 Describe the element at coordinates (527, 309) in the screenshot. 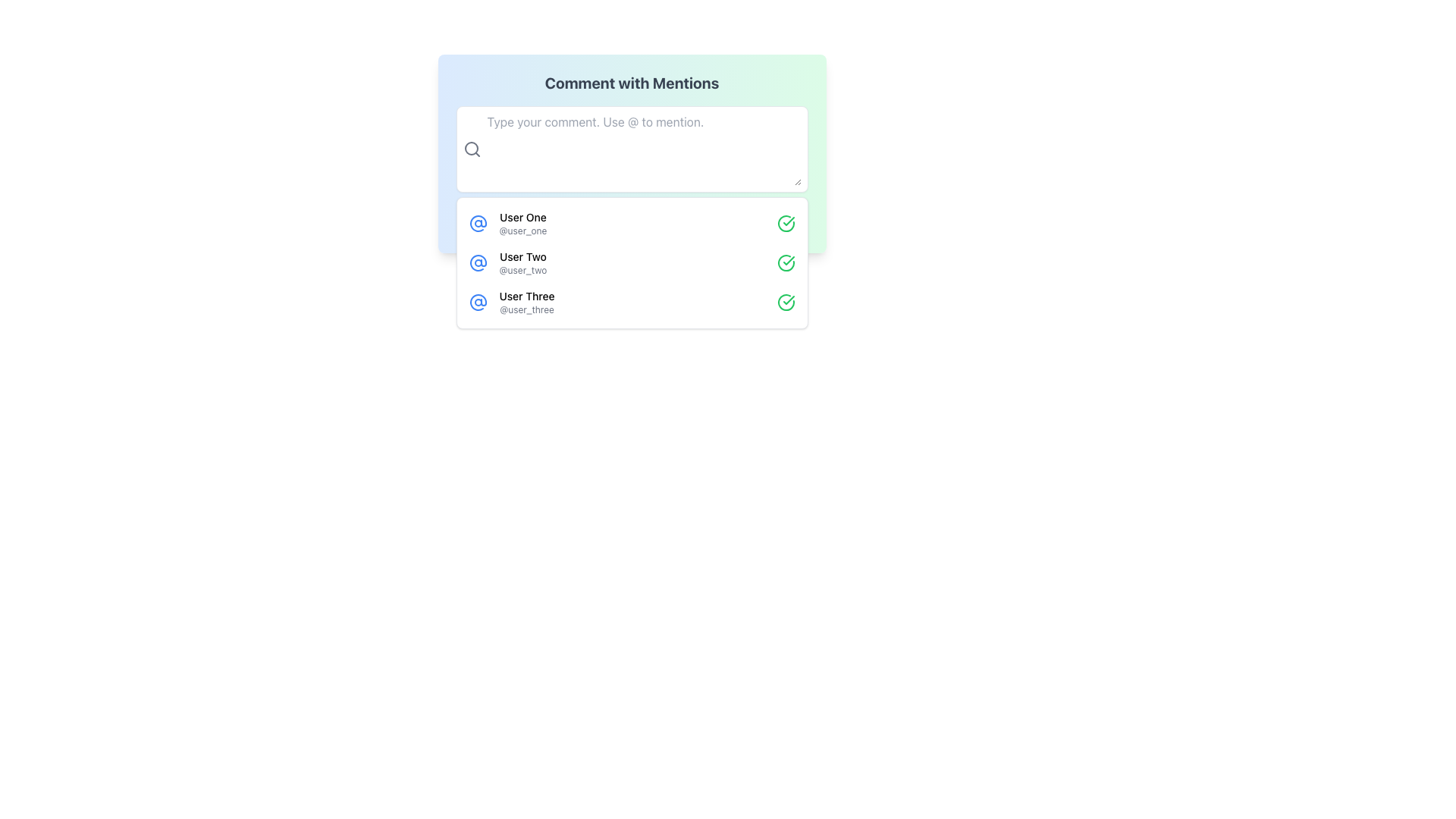

I see `the text label displaying the unique handle for 'User Three', which is located below the search input field in a comment mentioning interface` at that location.